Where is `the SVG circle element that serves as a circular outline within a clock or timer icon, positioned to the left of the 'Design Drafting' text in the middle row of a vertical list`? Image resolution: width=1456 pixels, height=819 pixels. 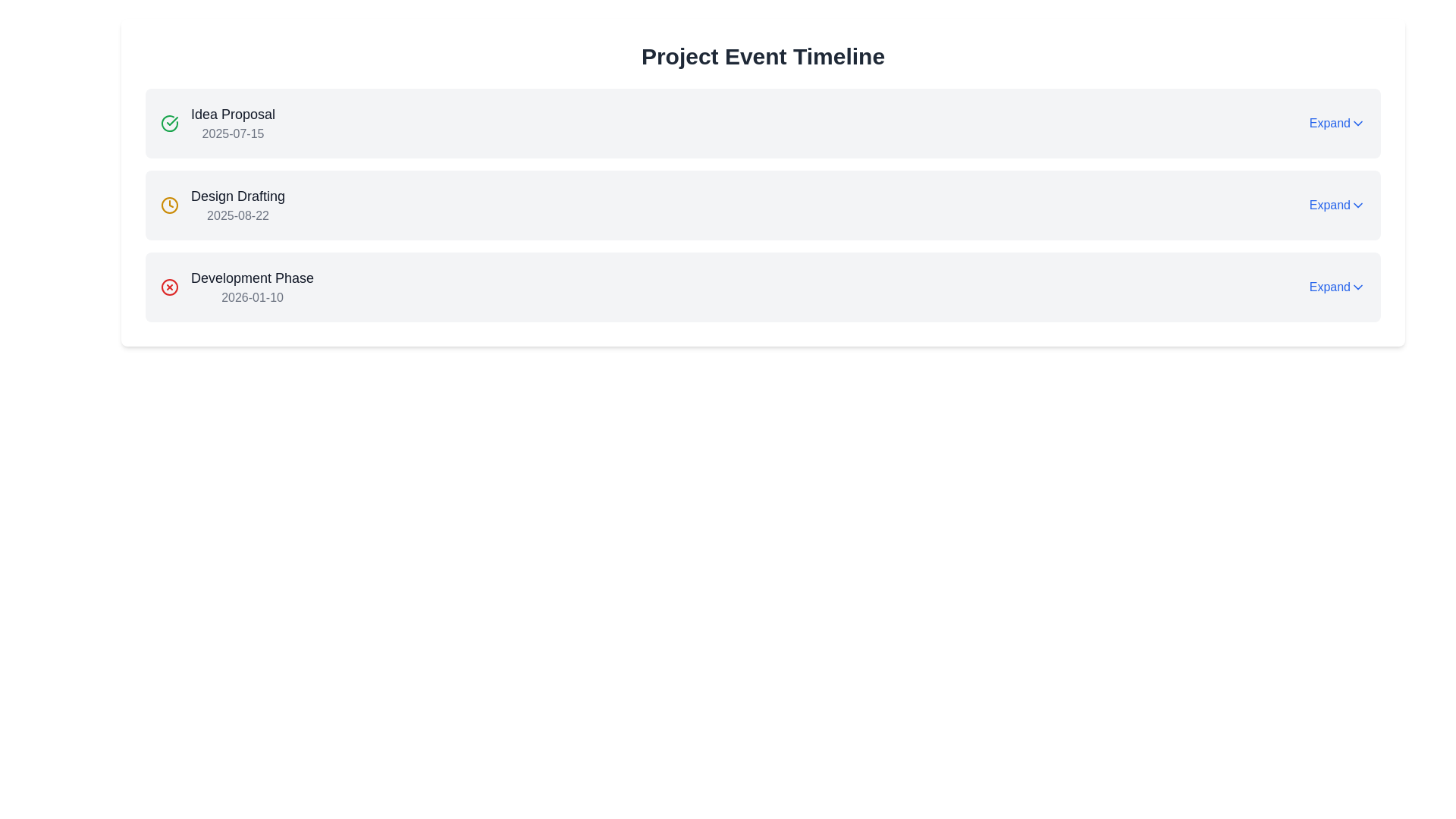
the SVG circle element that serves as a circular outline within a clock or timer icon, positioned to the left of the 'Design Drafting' text in the middle row of a vertical list is located at coordinates (170, 205).